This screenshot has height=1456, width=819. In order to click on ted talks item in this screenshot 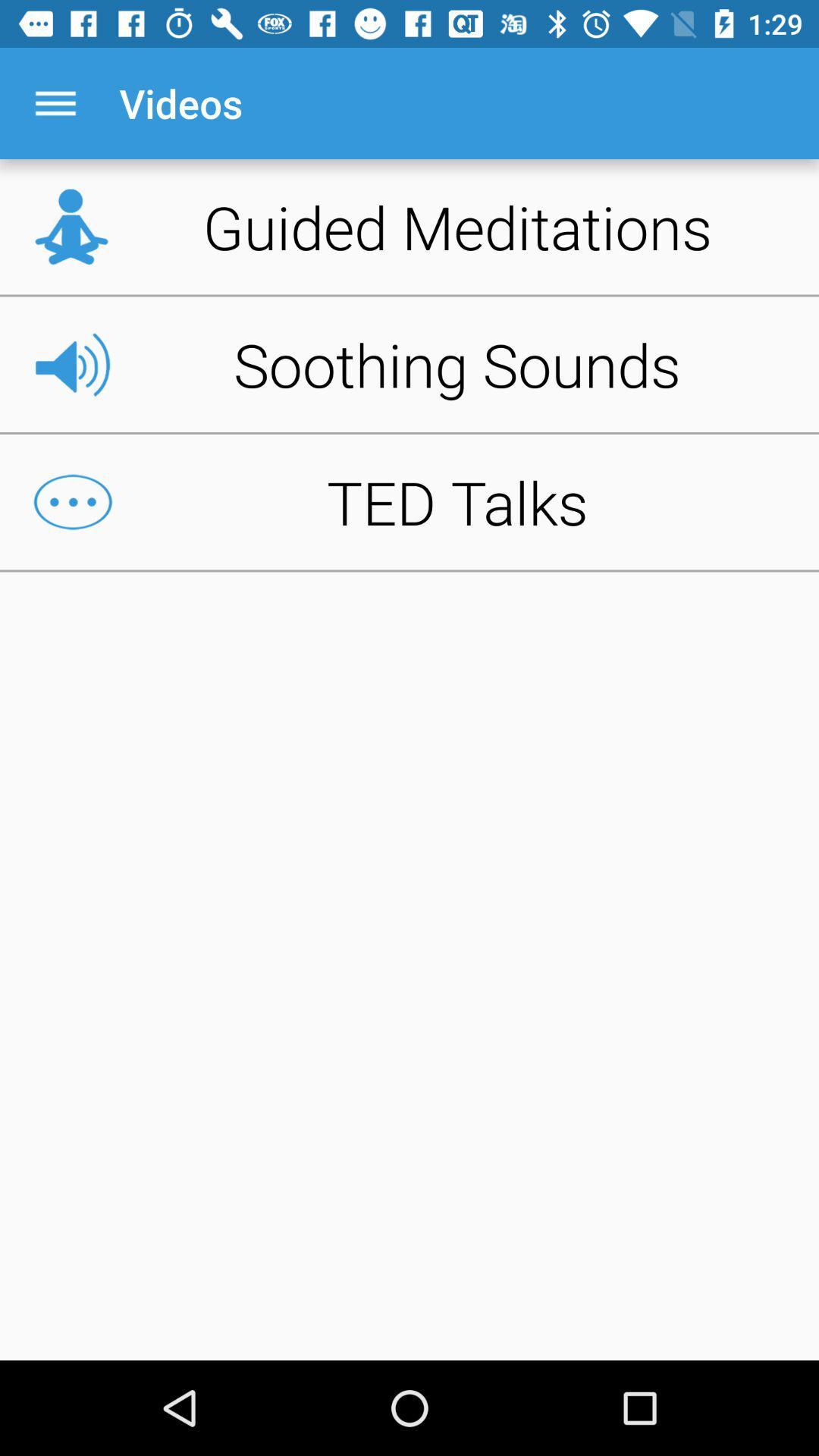, I will do `click(409, 502)`.